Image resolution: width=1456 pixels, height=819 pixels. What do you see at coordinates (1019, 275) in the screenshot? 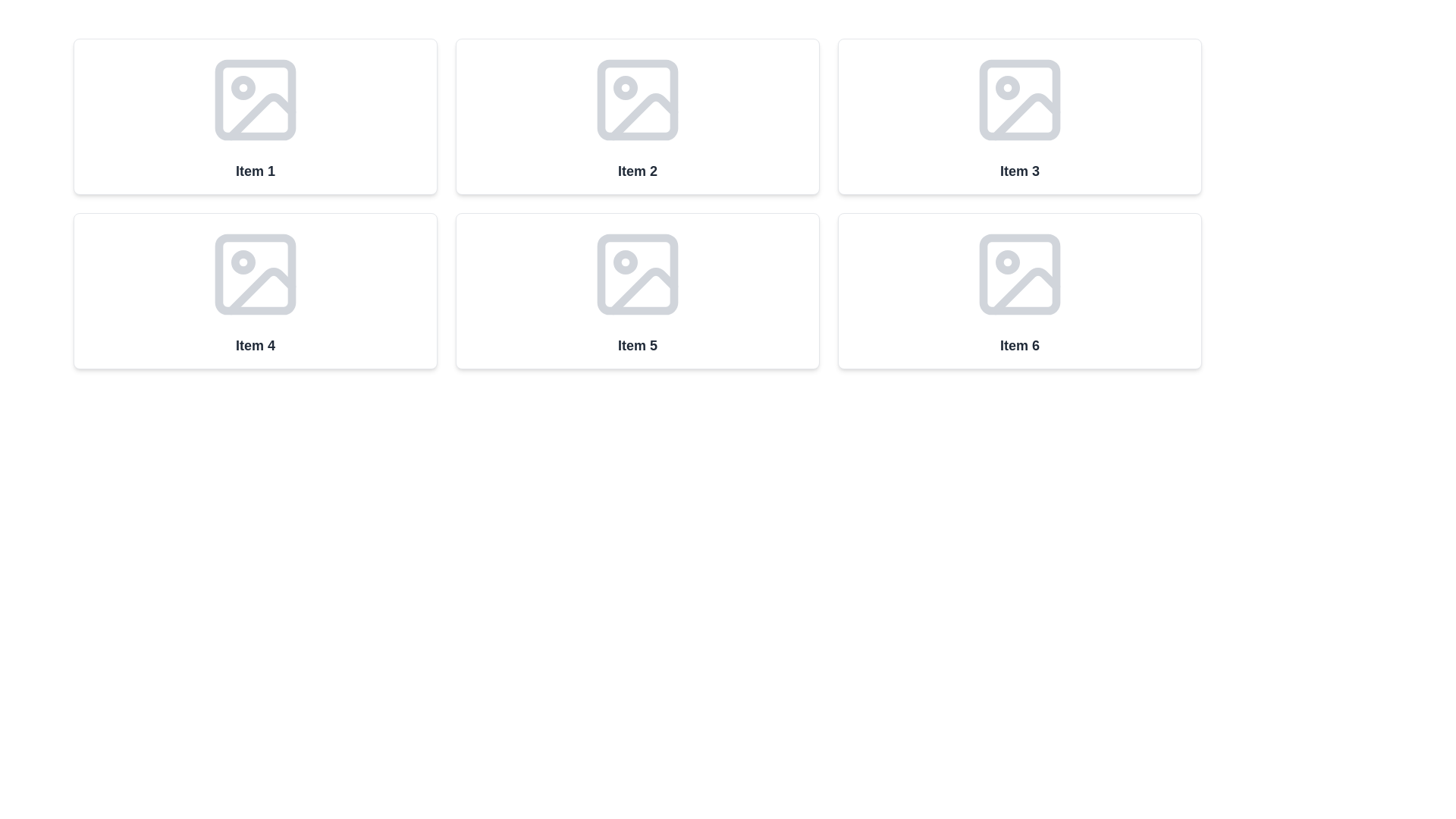
I see `the square shape with rounded corners located in the top-left corner of the 'Item 6' photo-like icon` at bounding box center [1019, 275].